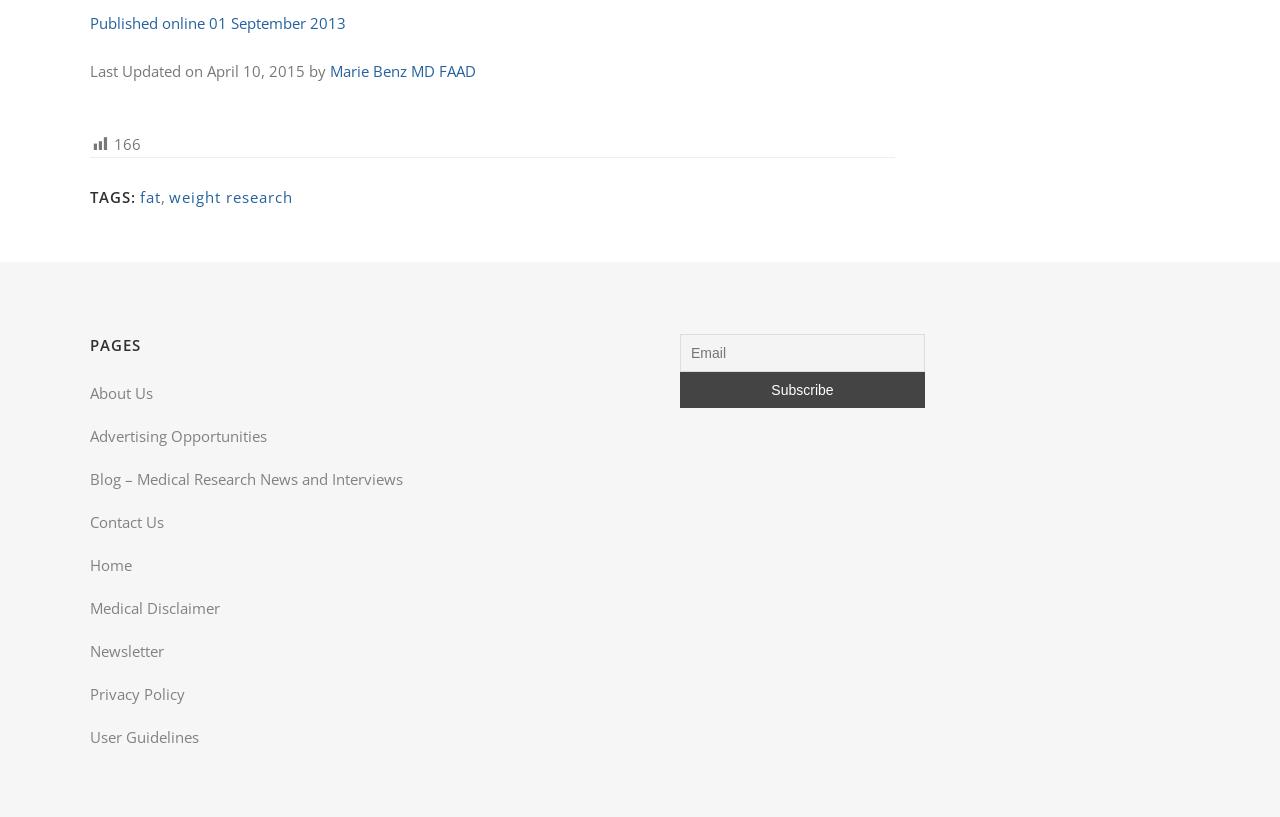 The width and height of the screenshot is (1280, 817). What do you see at coordinates (125, 650) in the screenshot?
I see `'Newsletter'` at bounding box center [125, 650].